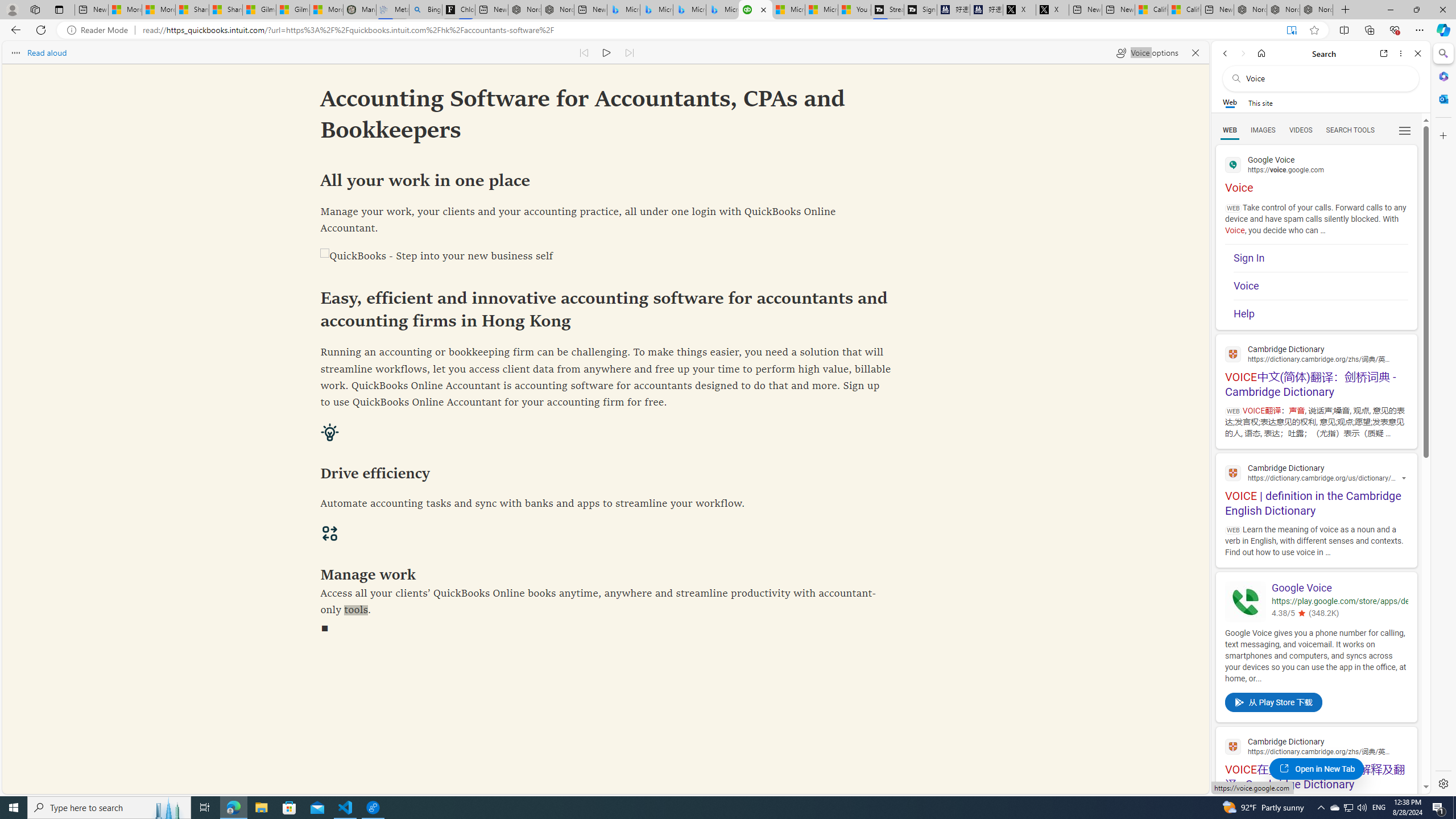  I want to click on 'Global web icon', so click(1233, 746).